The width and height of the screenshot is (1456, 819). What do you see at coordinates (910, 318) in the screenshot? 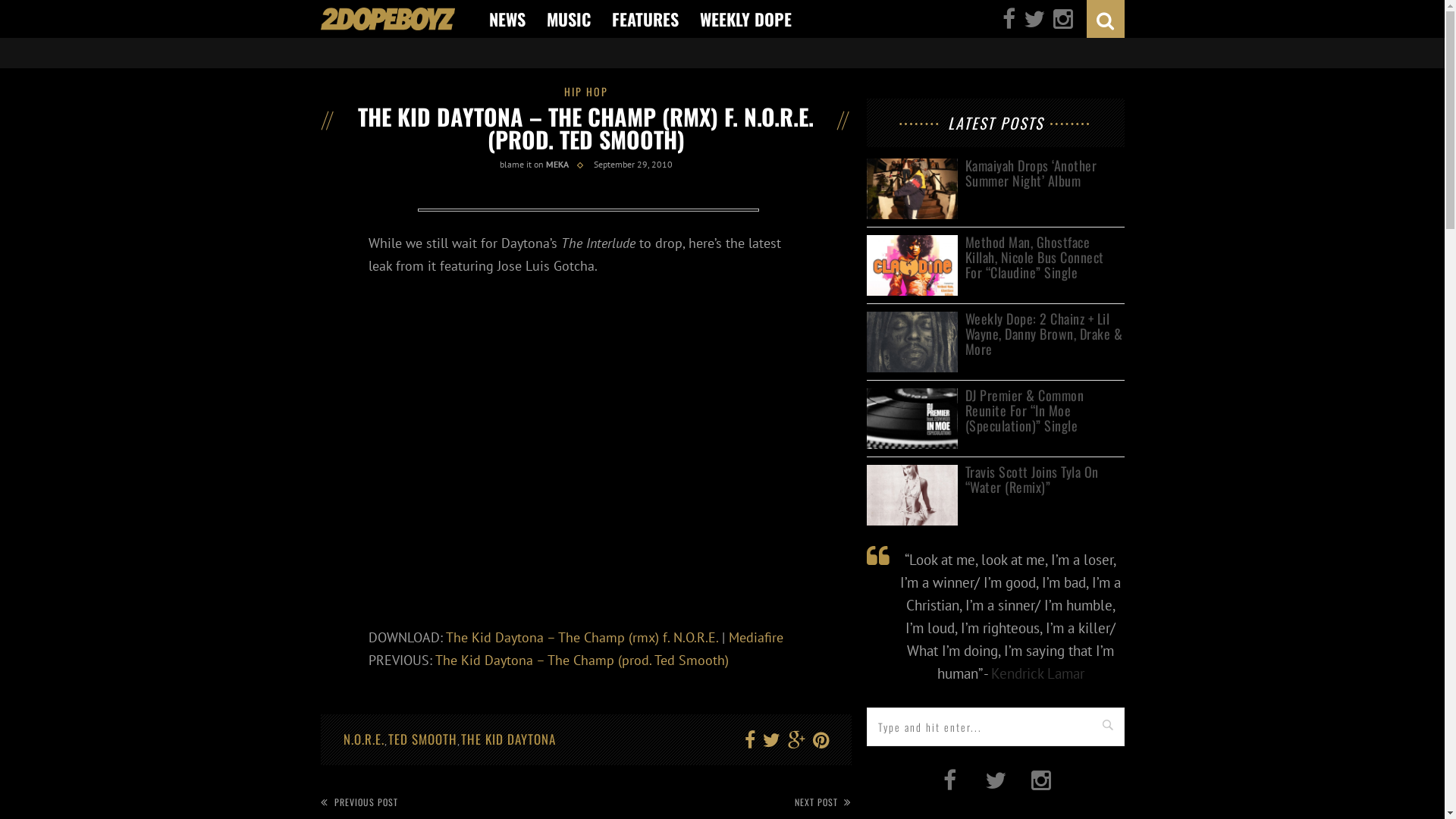
I see `'Weekly Dope: 2 Chainz + Lil Wayne, Danny Brown, Drake & More'` at bounding box center [910, 318].